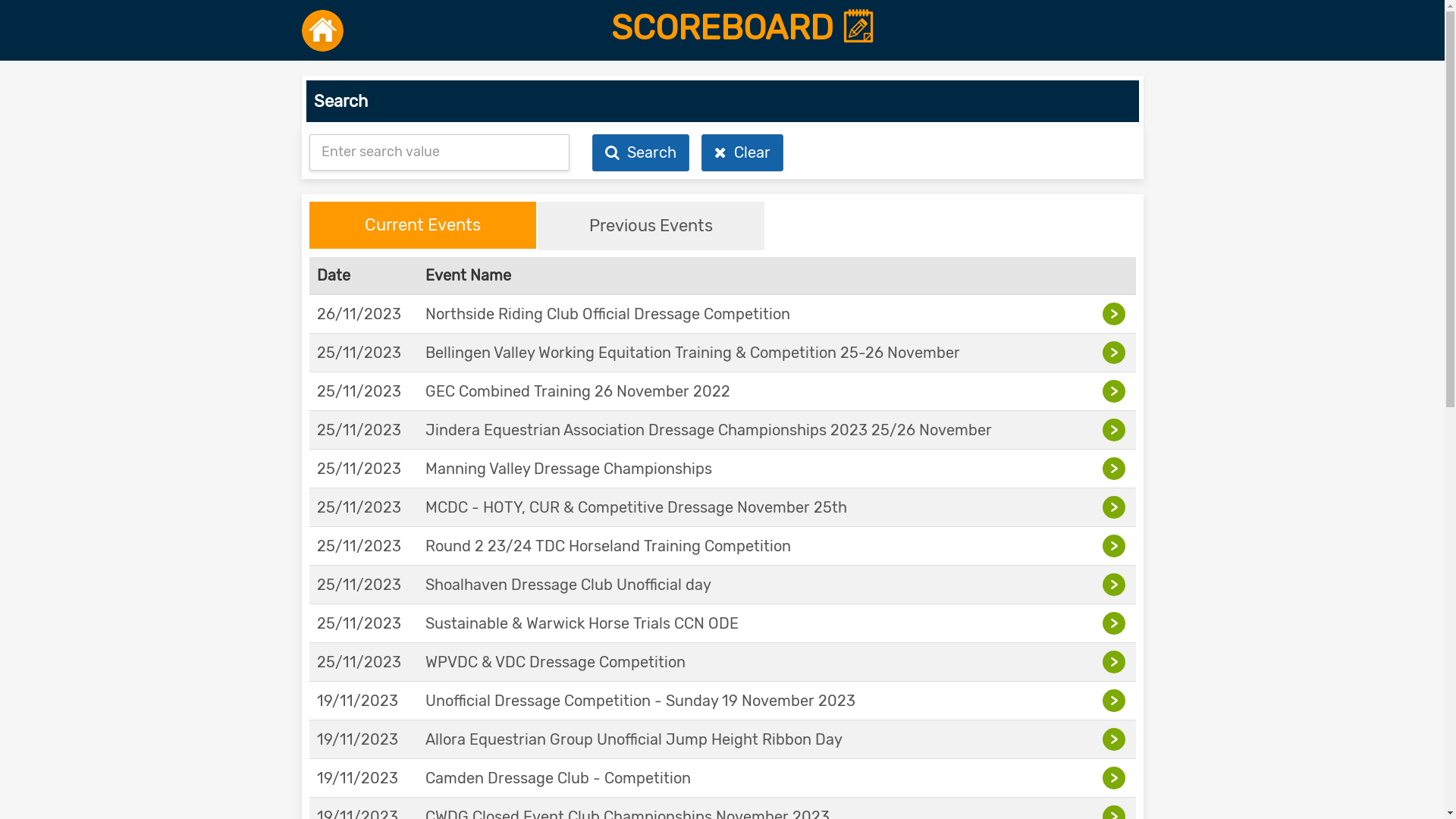  I want to click on 'SCOREBOARD', so click(743, 28).